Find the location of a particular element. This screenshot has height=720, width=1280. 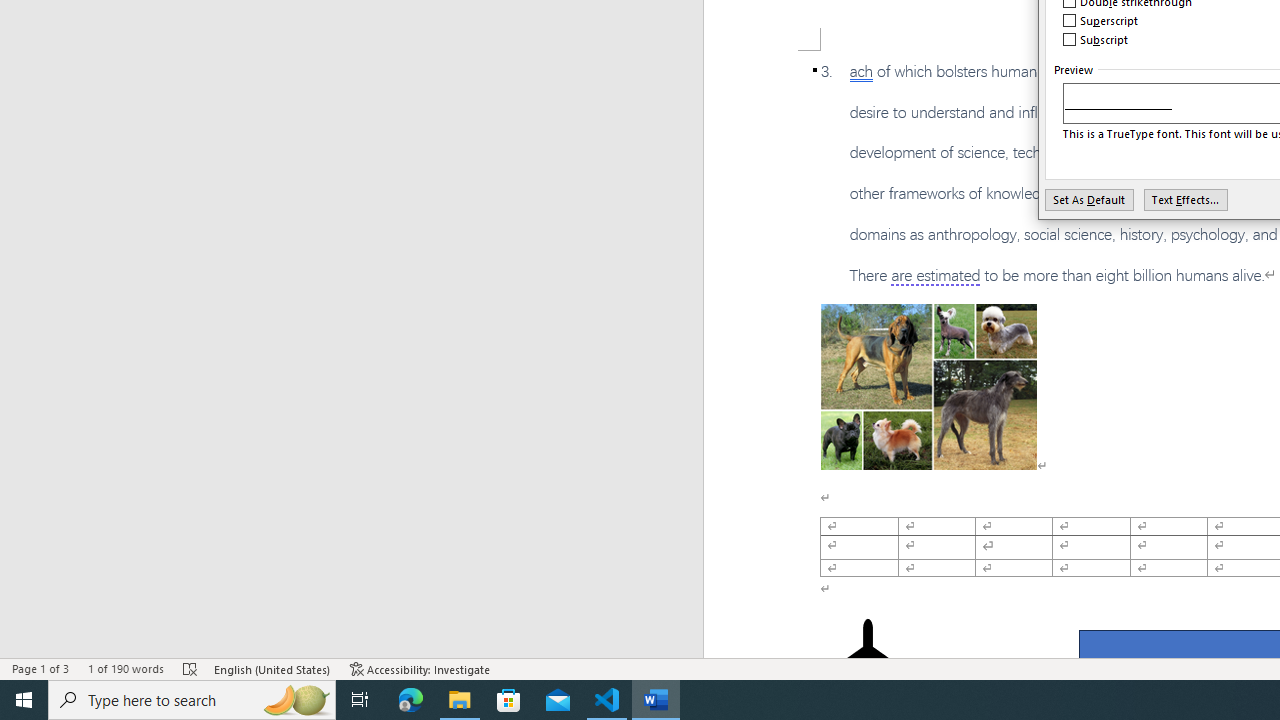

'Morphological variation in six dogs' is located at coordinates (927, 387).